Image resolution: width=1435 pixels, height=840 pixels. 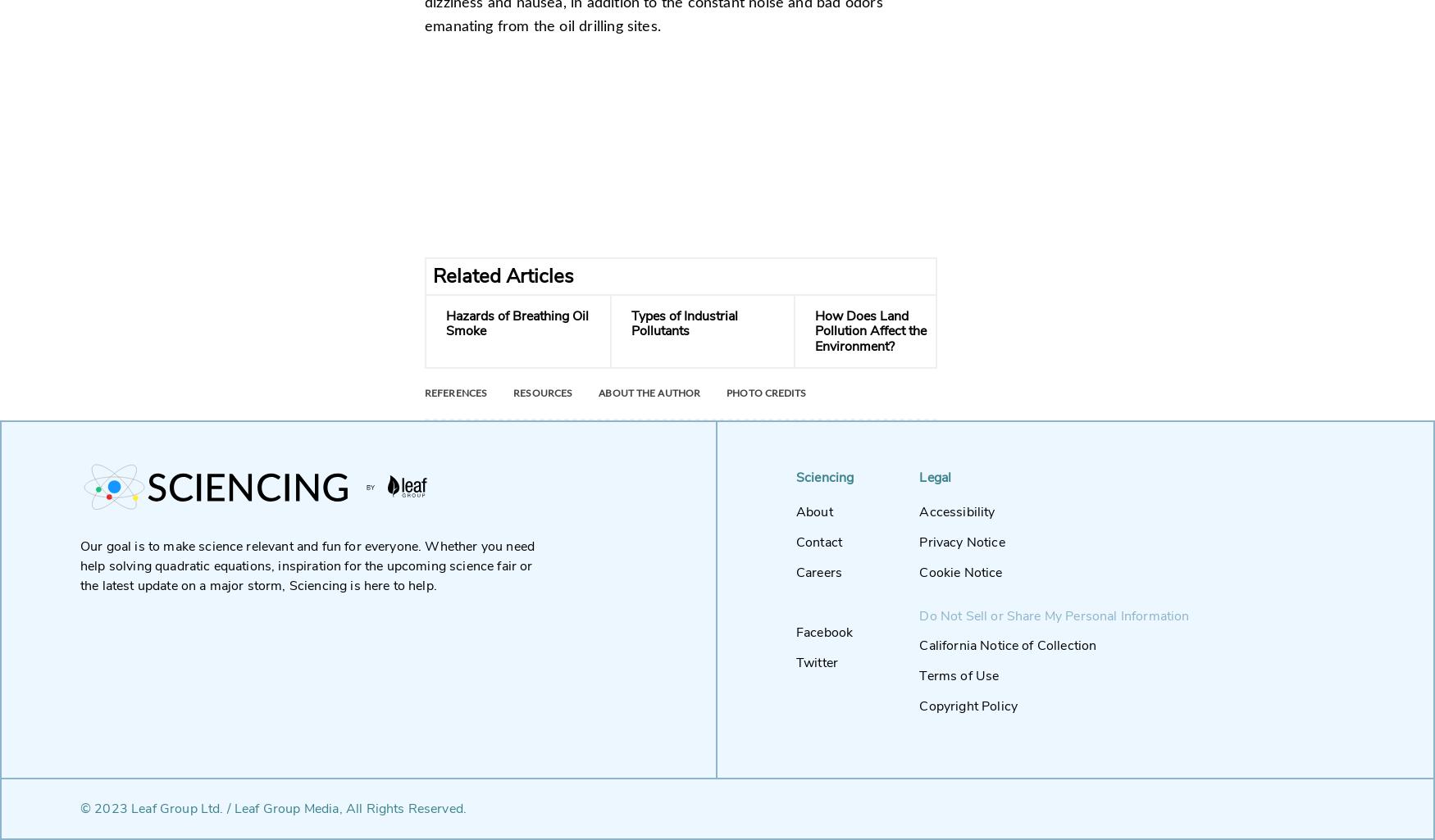 I want to click on 'Cookie Notice', so click(x=959, y=572).